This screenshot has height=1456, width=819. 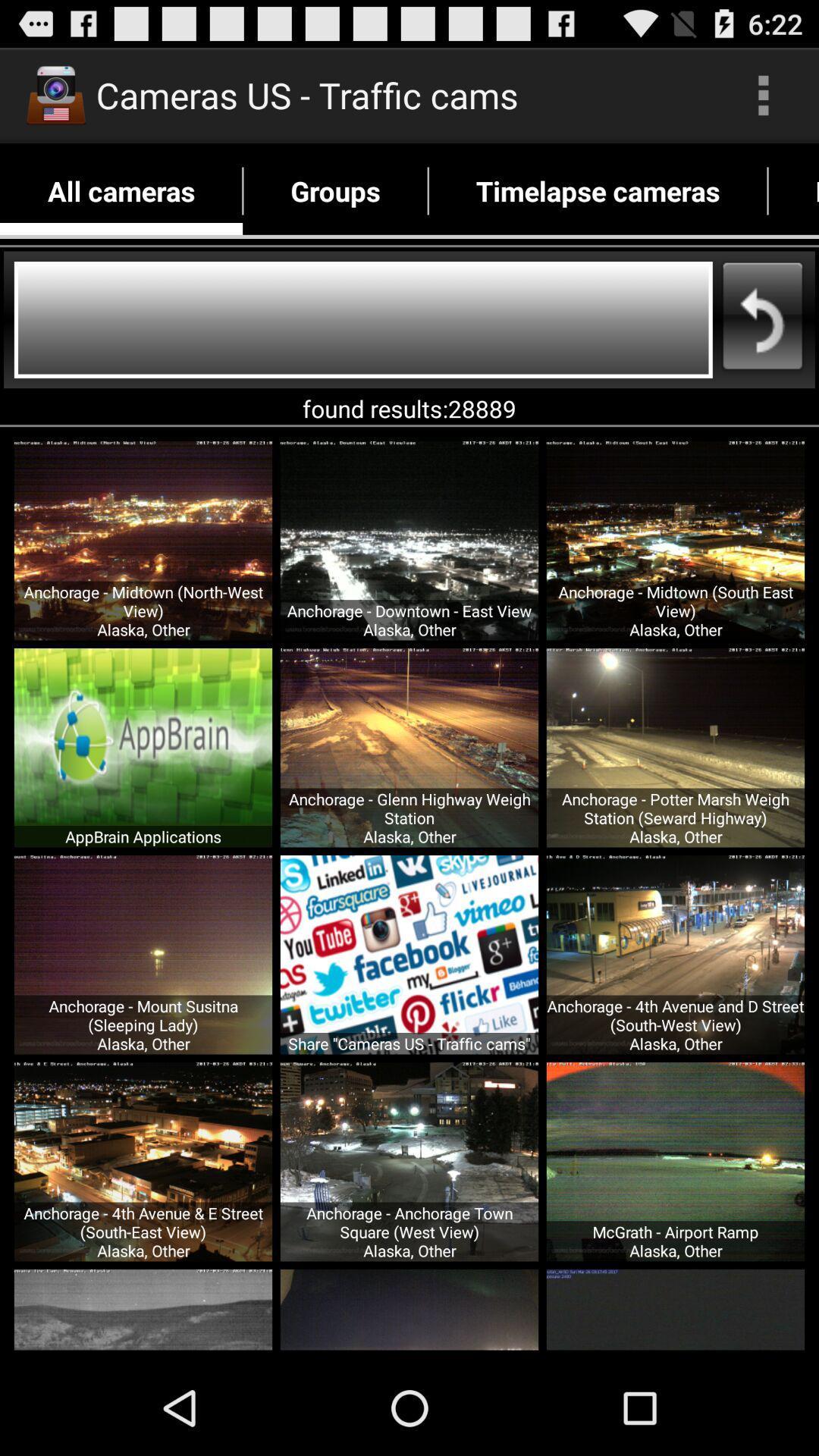 I want to click on groups app, so click(x=334, y=190).